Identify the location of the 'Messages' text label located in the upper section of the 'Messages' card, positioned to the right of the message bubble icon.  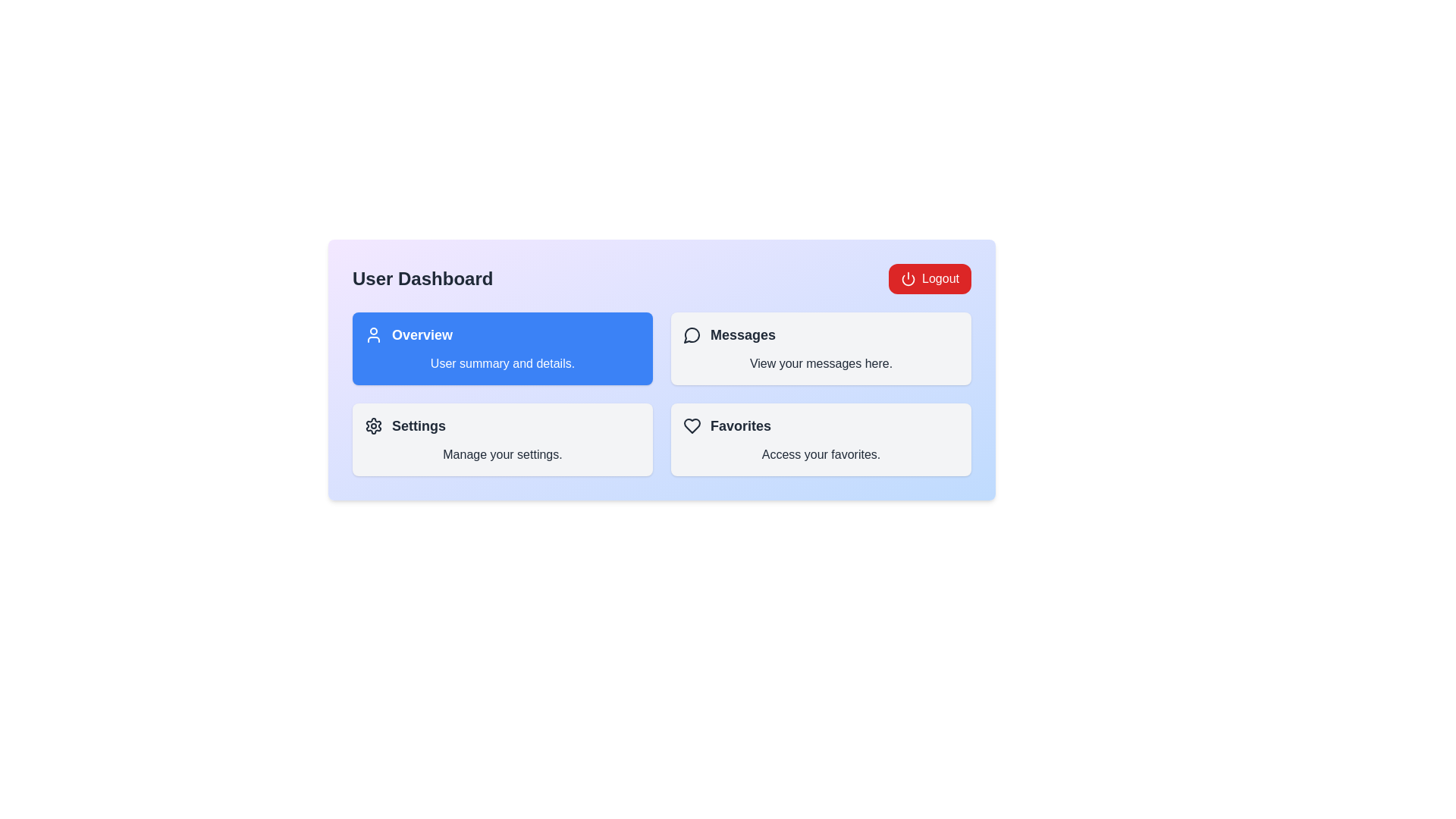
(742, 334).